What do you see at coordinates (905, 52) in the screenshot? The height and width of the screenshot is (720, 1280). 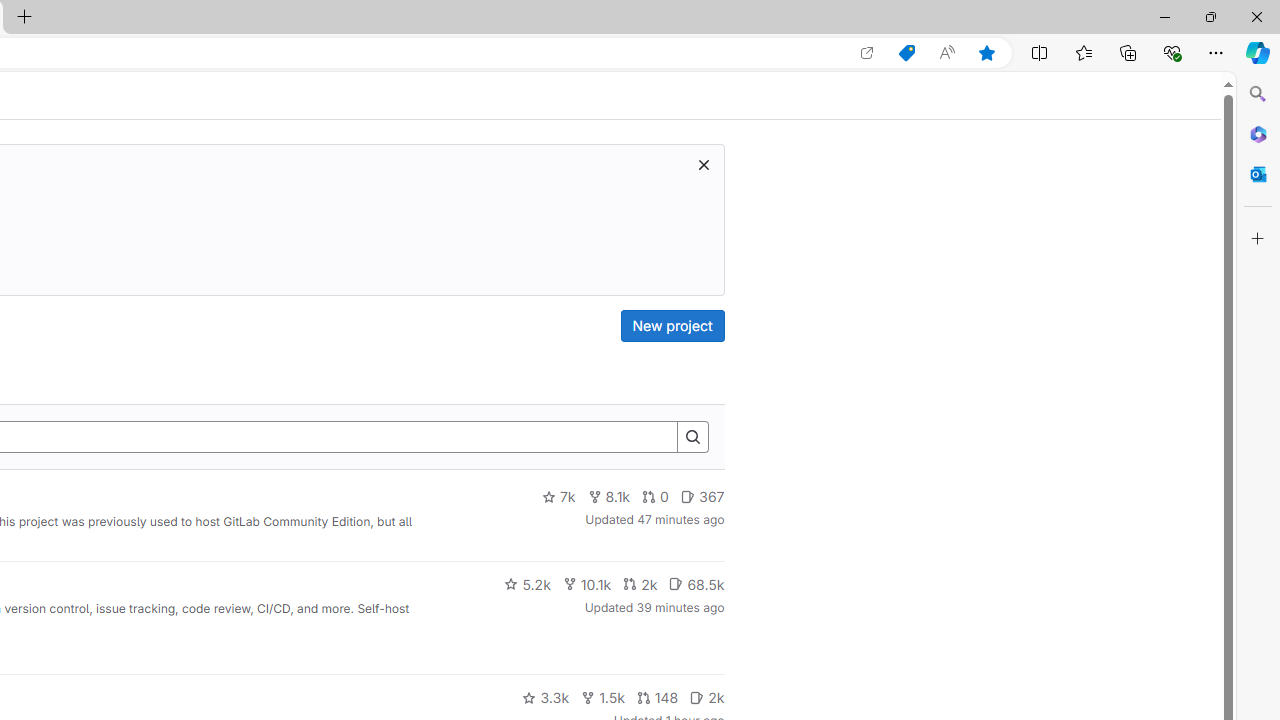 I see `'Shopping in Microsoft Edge'` at bounding box center [905, 52].